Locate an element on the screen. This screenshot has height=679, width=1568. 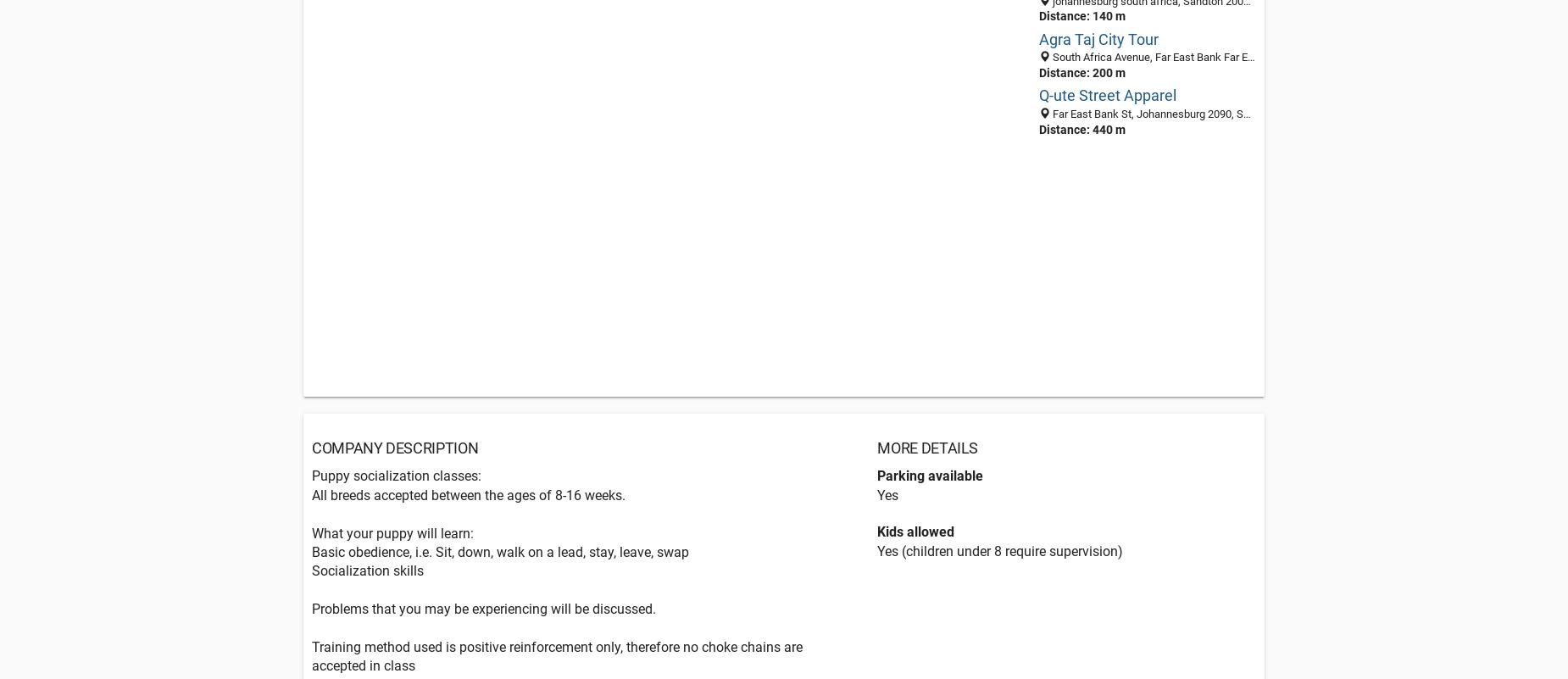
'Training method used is positive reinforcement only, therefore no choke chains are accepted in class' is located at coordinates (557, 655).